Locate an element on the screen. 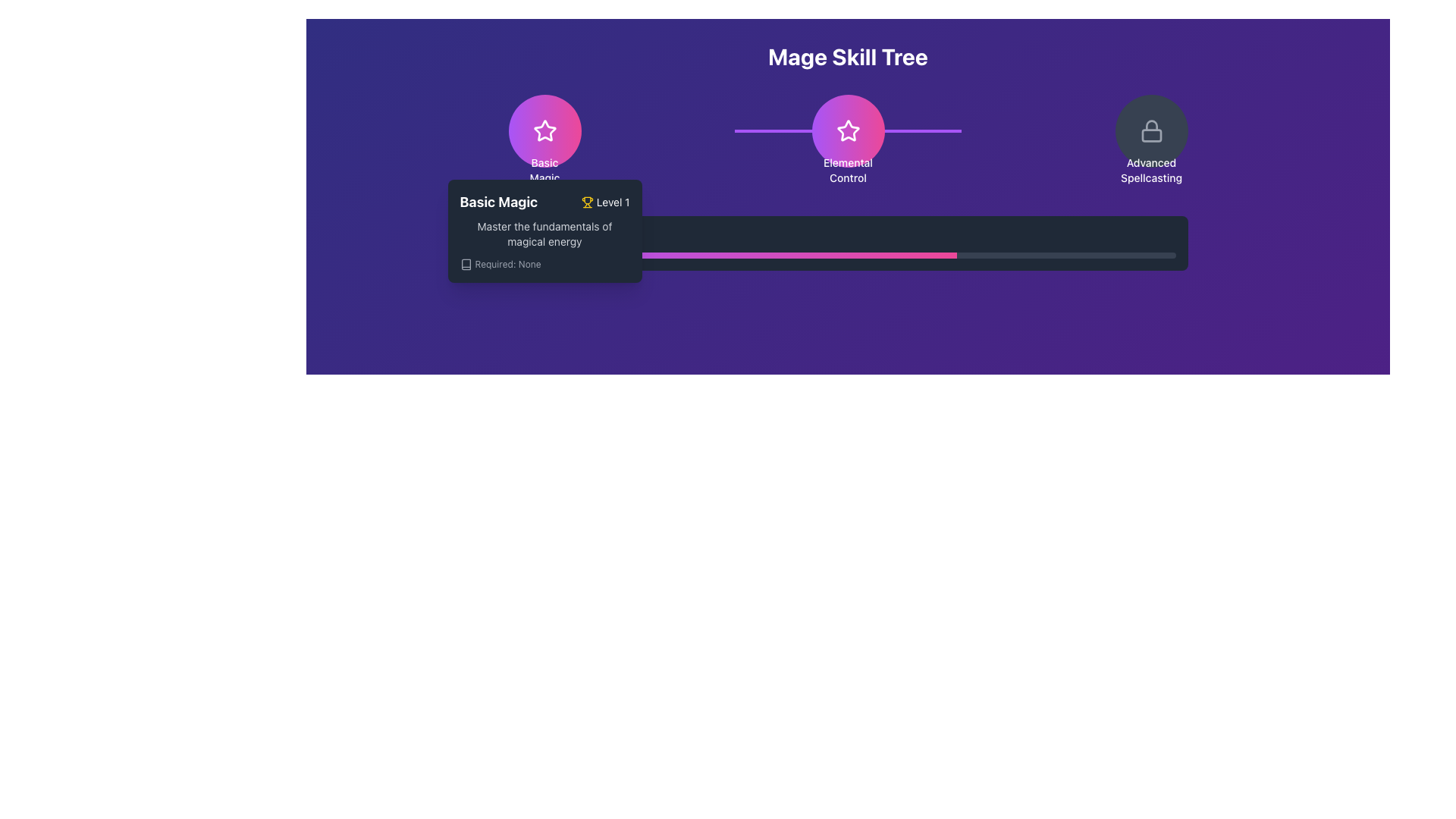 This screenshot has height=819, width=1456. the rectangular portion of the lock symbol icon located in the top right area of the interface, indicating a locked state for the associated skill node is located at coordinates (1151, 134).